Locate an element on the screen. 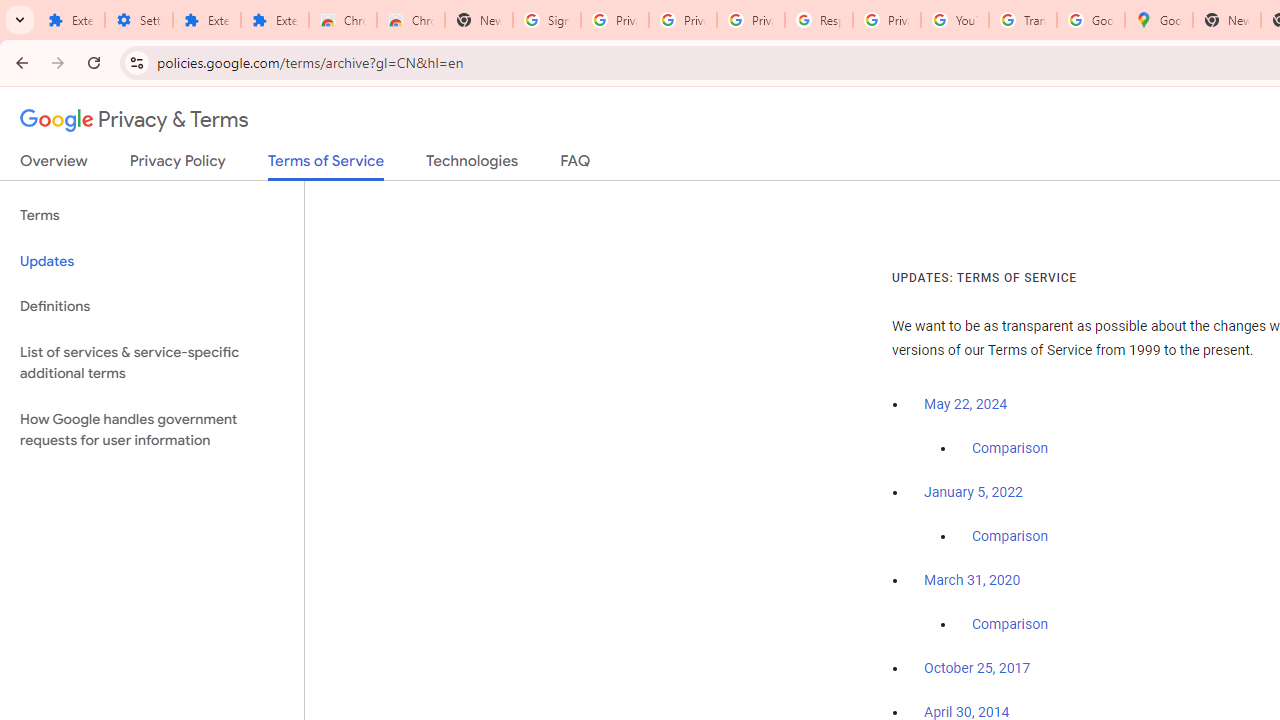 The image size is (1280, 720). 'Extensions' is located at coordinates (273, 20).